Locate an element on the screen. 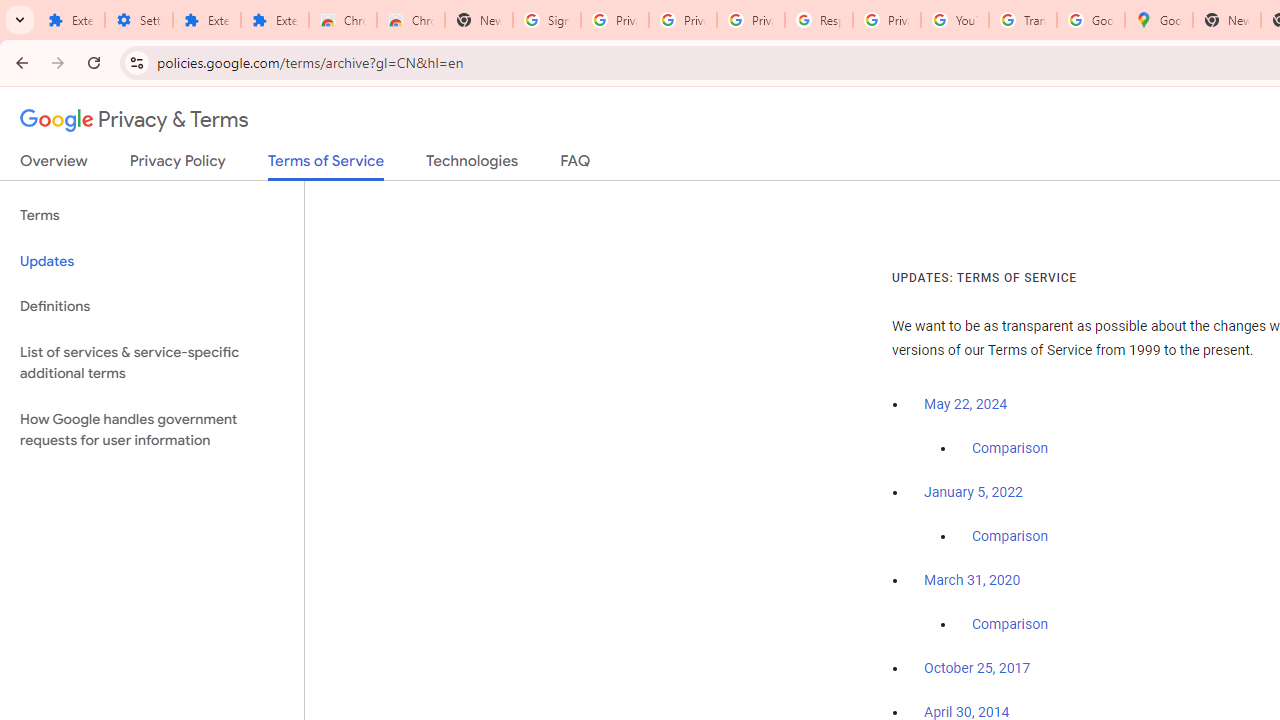 The image size is (1280, 720). 'Extensions' is located at coordinates (273, 20).